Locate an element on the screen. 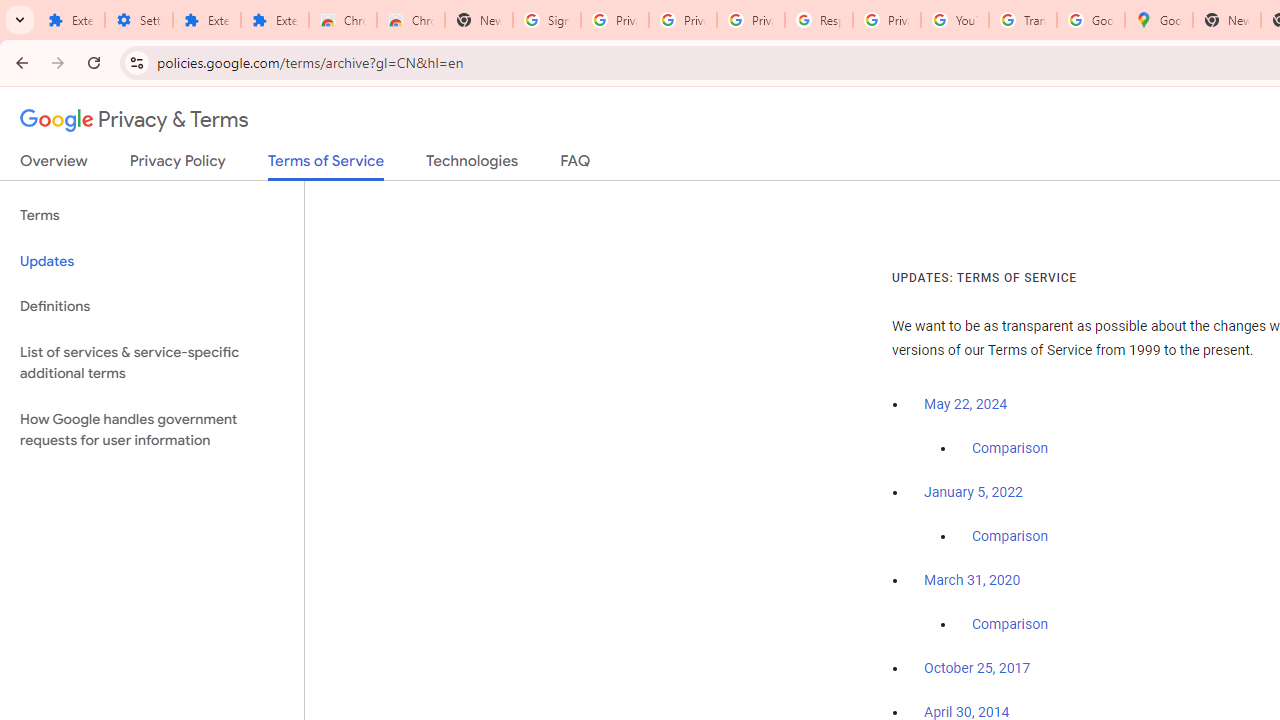 The image size is (1280, 720). 'Extensions' is located at coordinates (273, 20).